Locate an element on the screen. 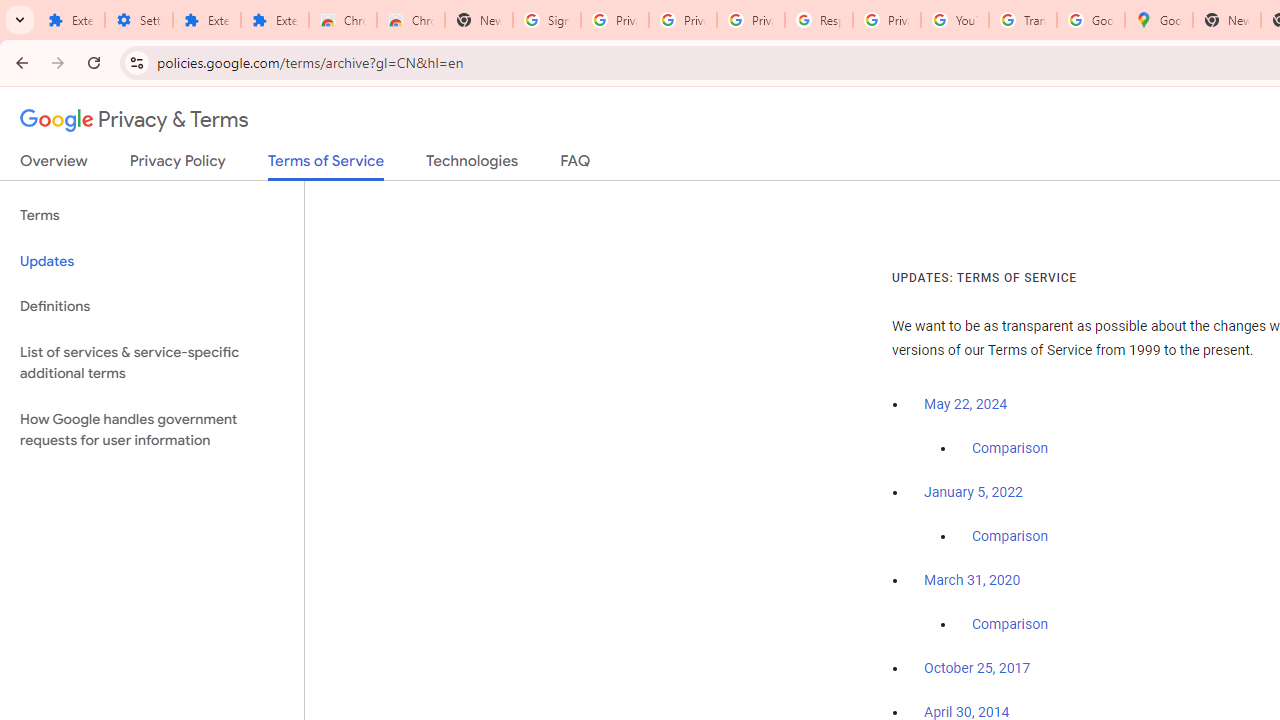 The image size is (1280, 720). 'Extensions' is located at coordinates (273, 20).